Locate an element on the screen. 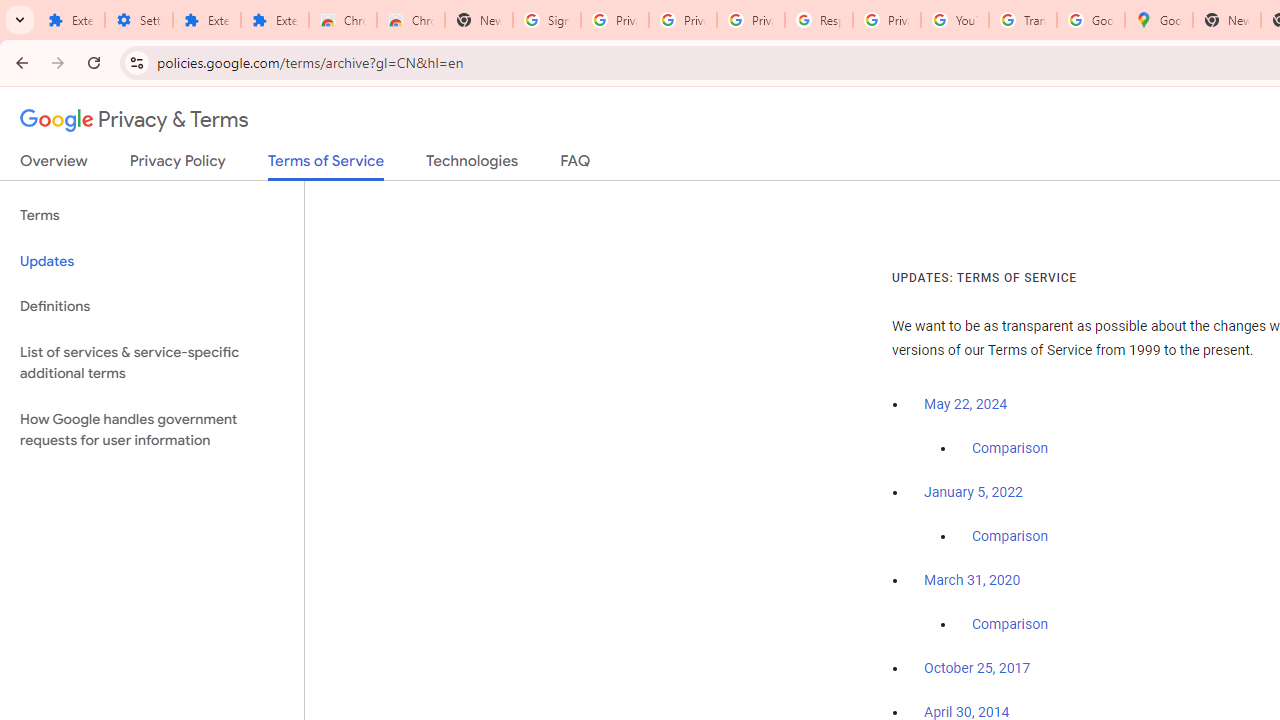 The image size is (1280, 720). 'Extensions' is located at coordinates (273, 20).